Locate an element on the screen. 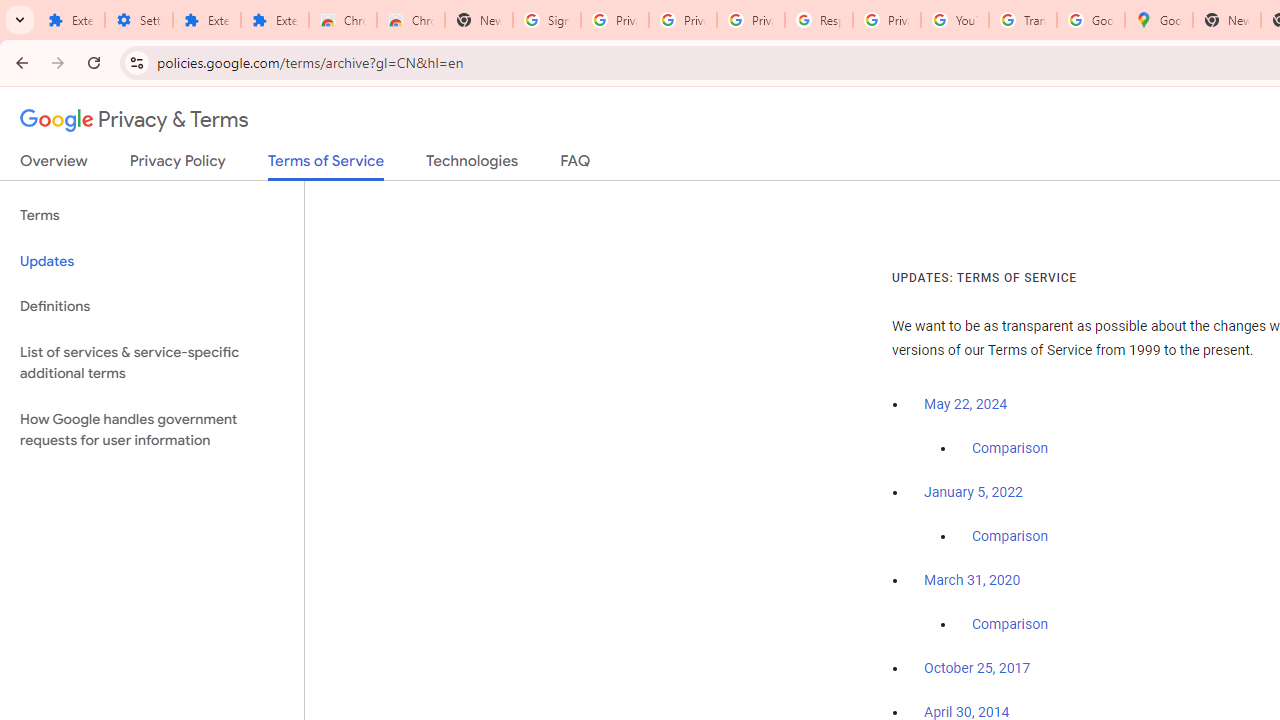 The image size is (1280, 720). 'Extensions' is located at coordinates (273, 20).